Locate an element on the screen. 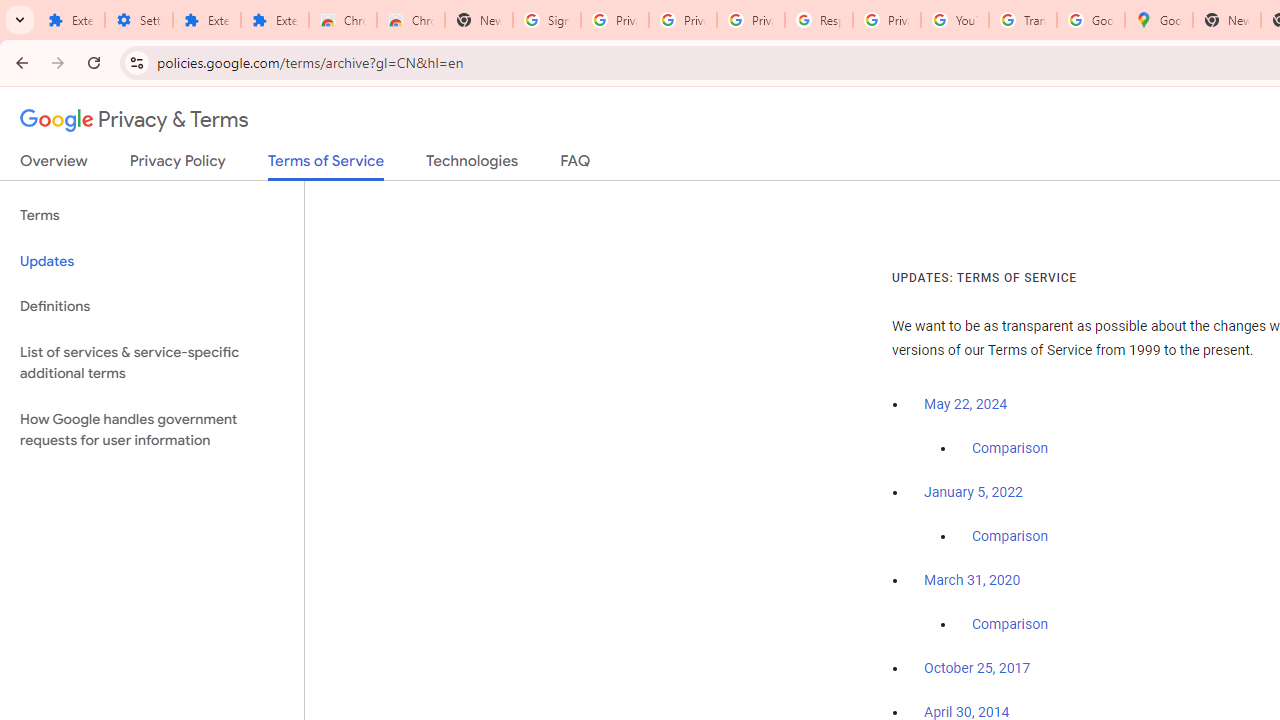 The image size is (1280, 720). 'Extensions' is located at coordinates (273, 20).